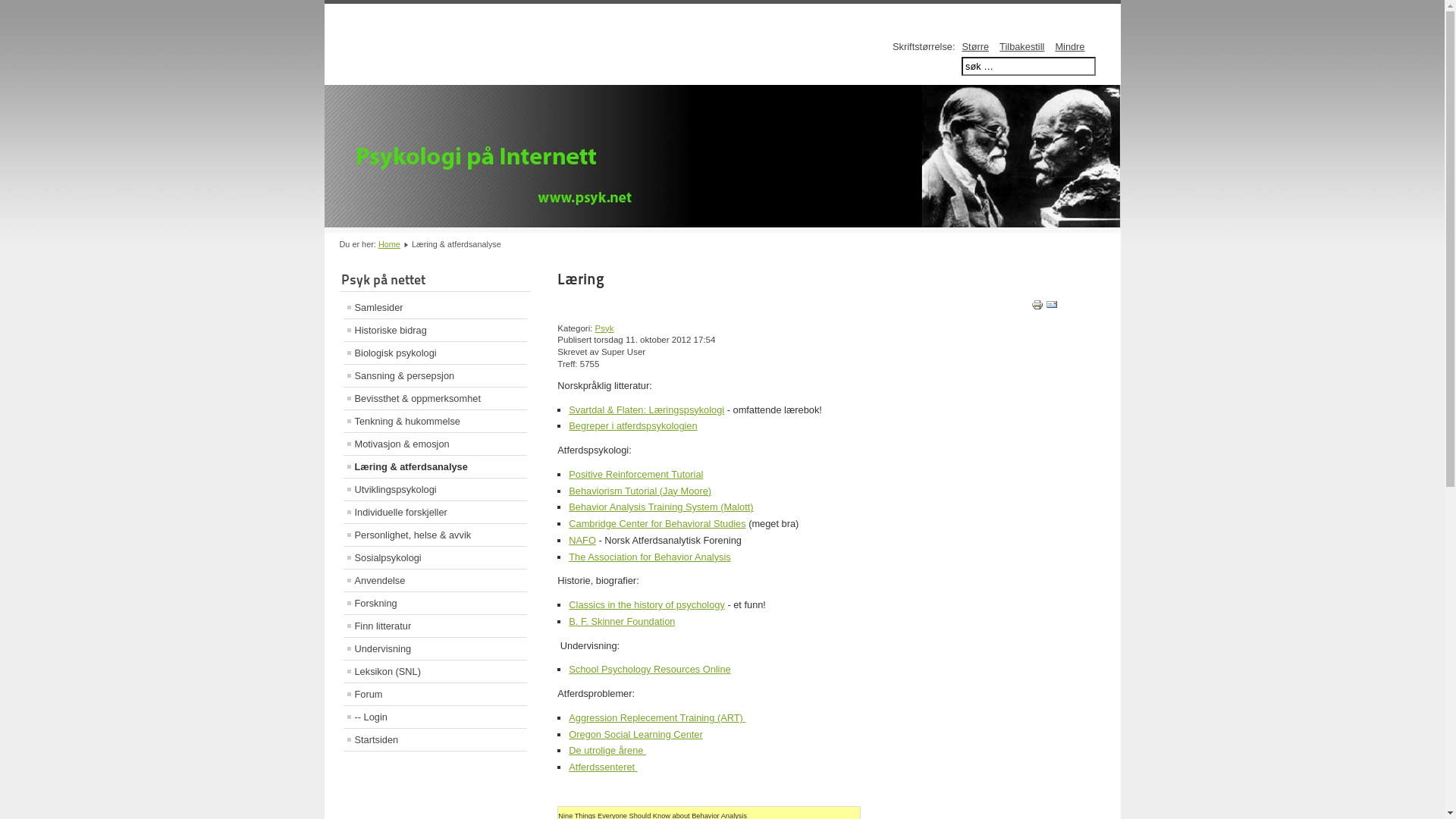 The image size is (1456, 819). What do you see at coordinates (434, 694) in the screenshot?
I see `'Forum'` at bounding box center [434, 694].